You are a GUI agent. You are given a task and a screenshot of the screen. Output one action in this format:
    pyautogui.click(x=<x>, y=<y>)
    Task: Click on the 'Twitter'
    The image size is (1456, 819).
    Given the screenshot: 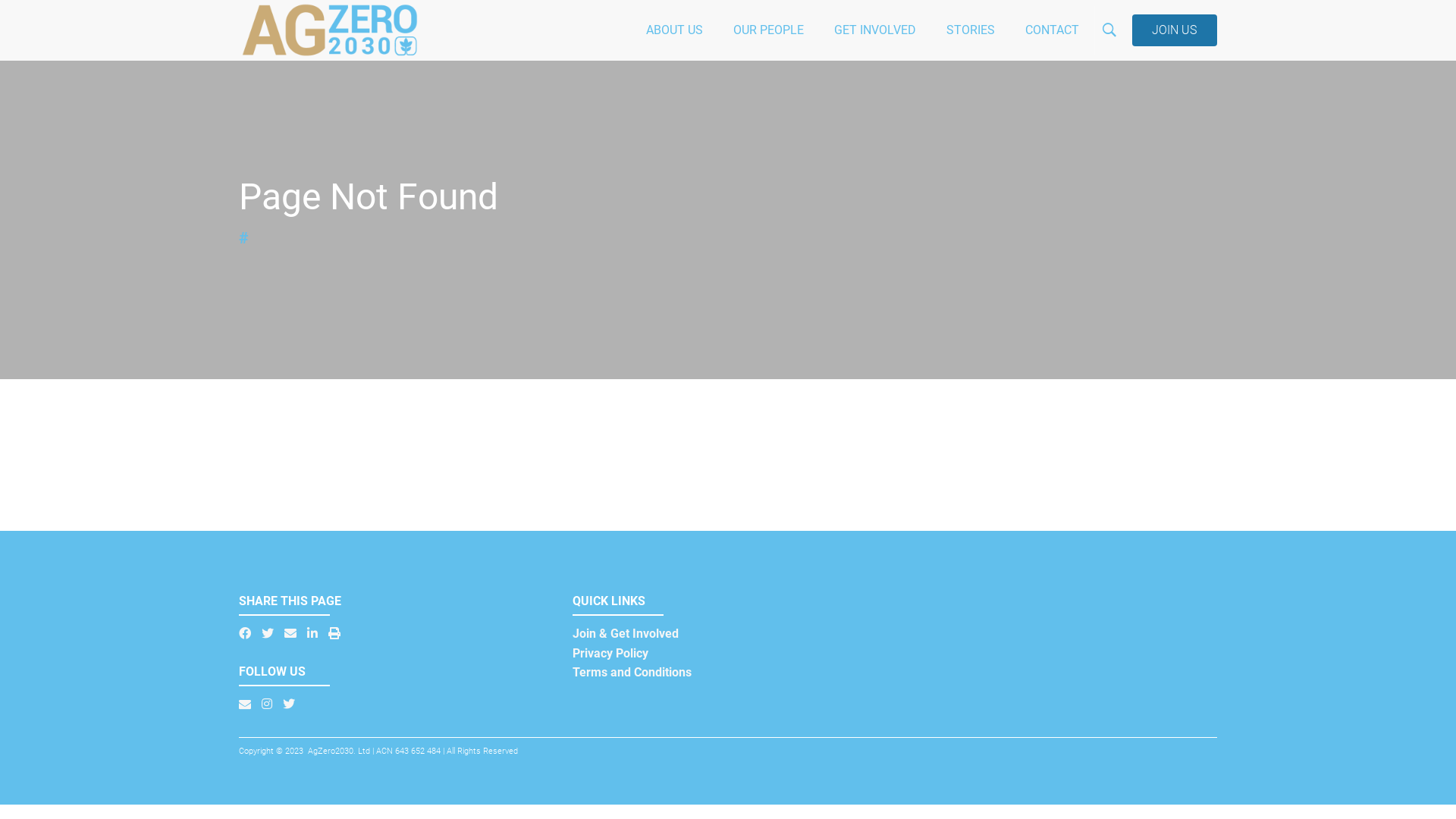 What is the action you would take?
    pyautogui.click(x=283, y=704)
    